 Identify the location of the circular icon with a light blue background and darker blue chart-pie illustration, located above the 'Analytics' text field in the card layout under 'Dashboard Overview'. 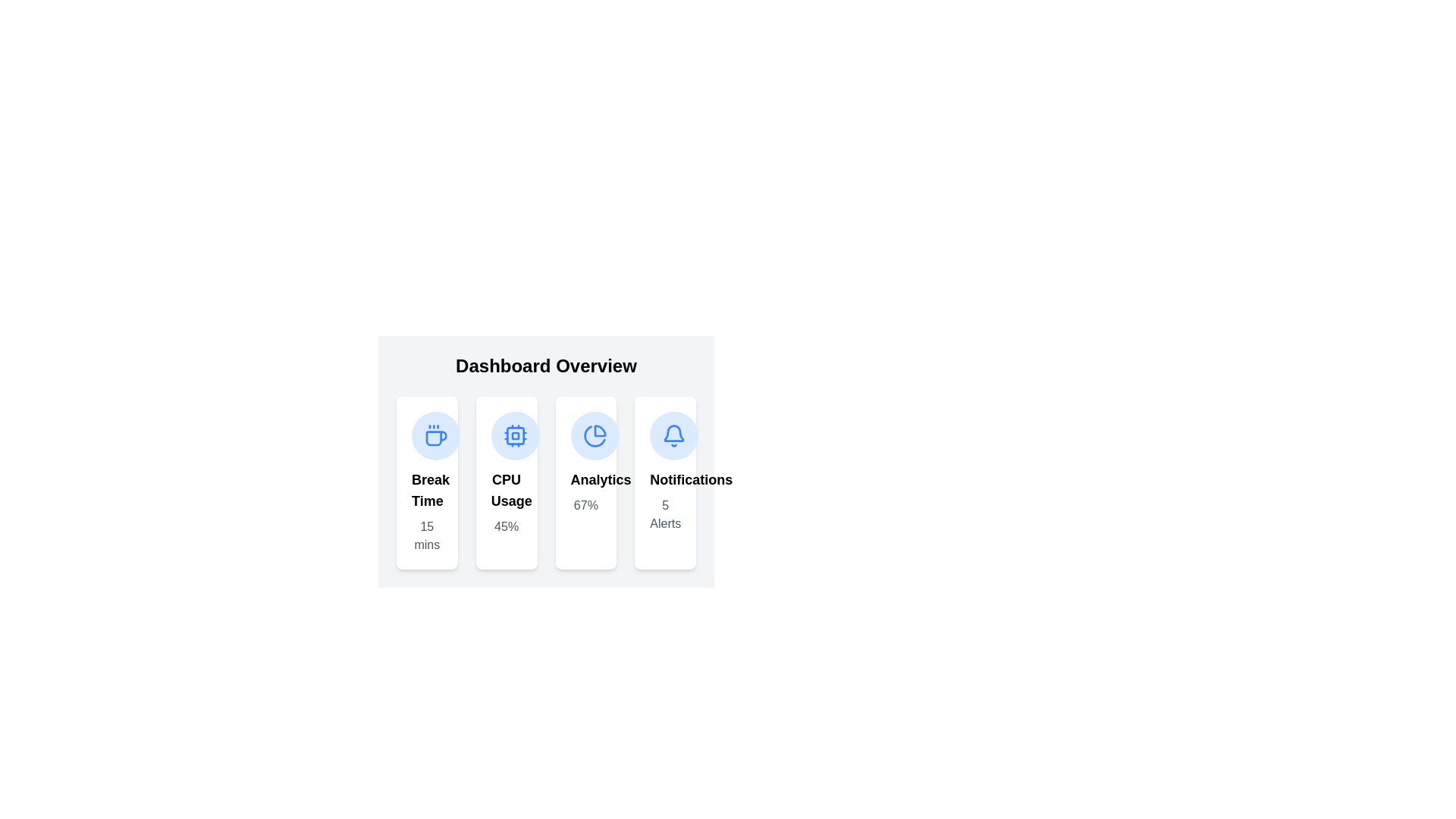
(594, 435).